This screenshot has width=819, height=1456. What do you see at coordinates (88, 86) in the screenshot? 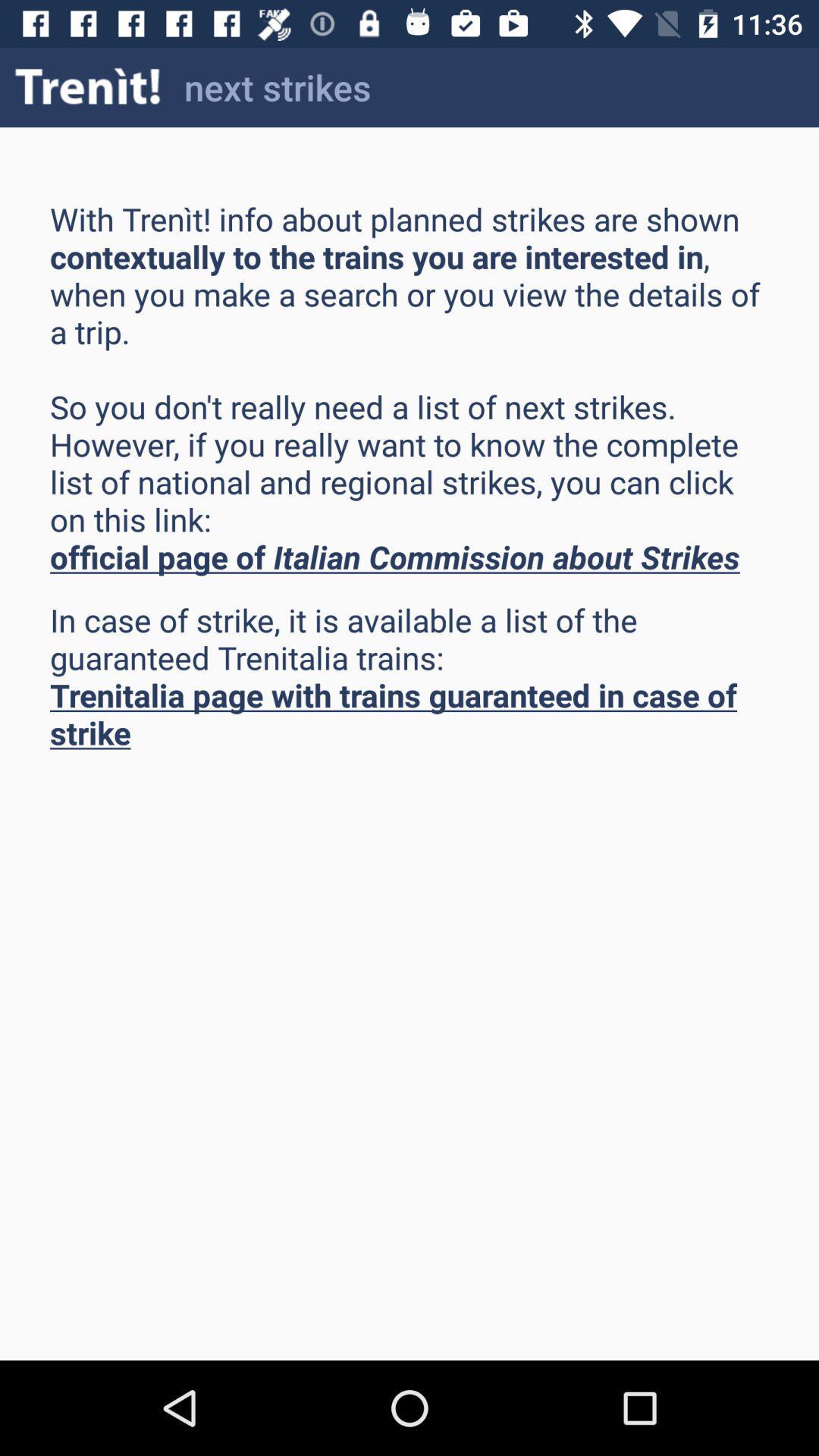
I see `item next to next strikes item` at bounding box center [88, 86].